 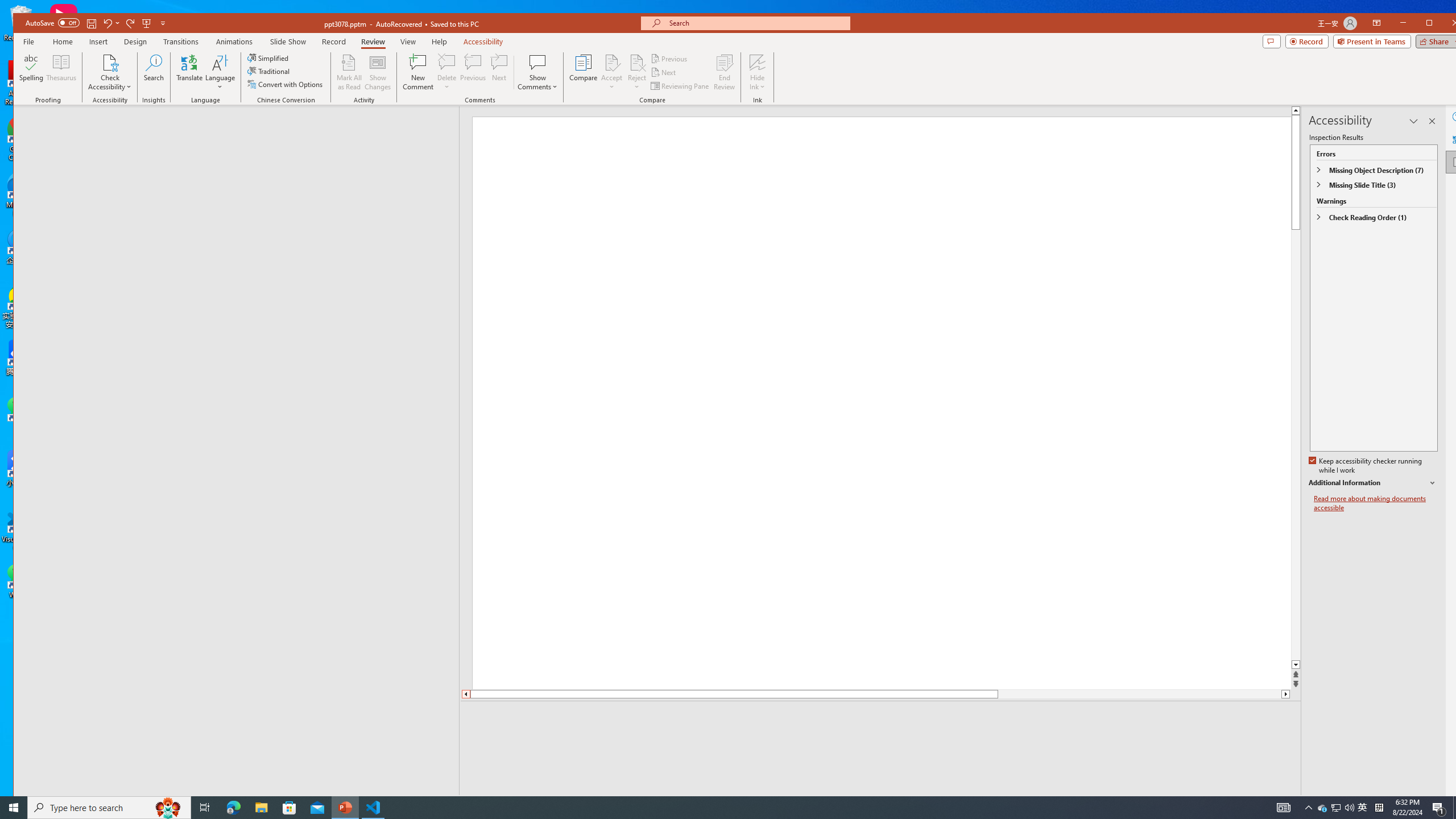 What do you see at coordinates (723, 72) in the screenshot?
I see `'End Review'` at bounding box center [723, 72].